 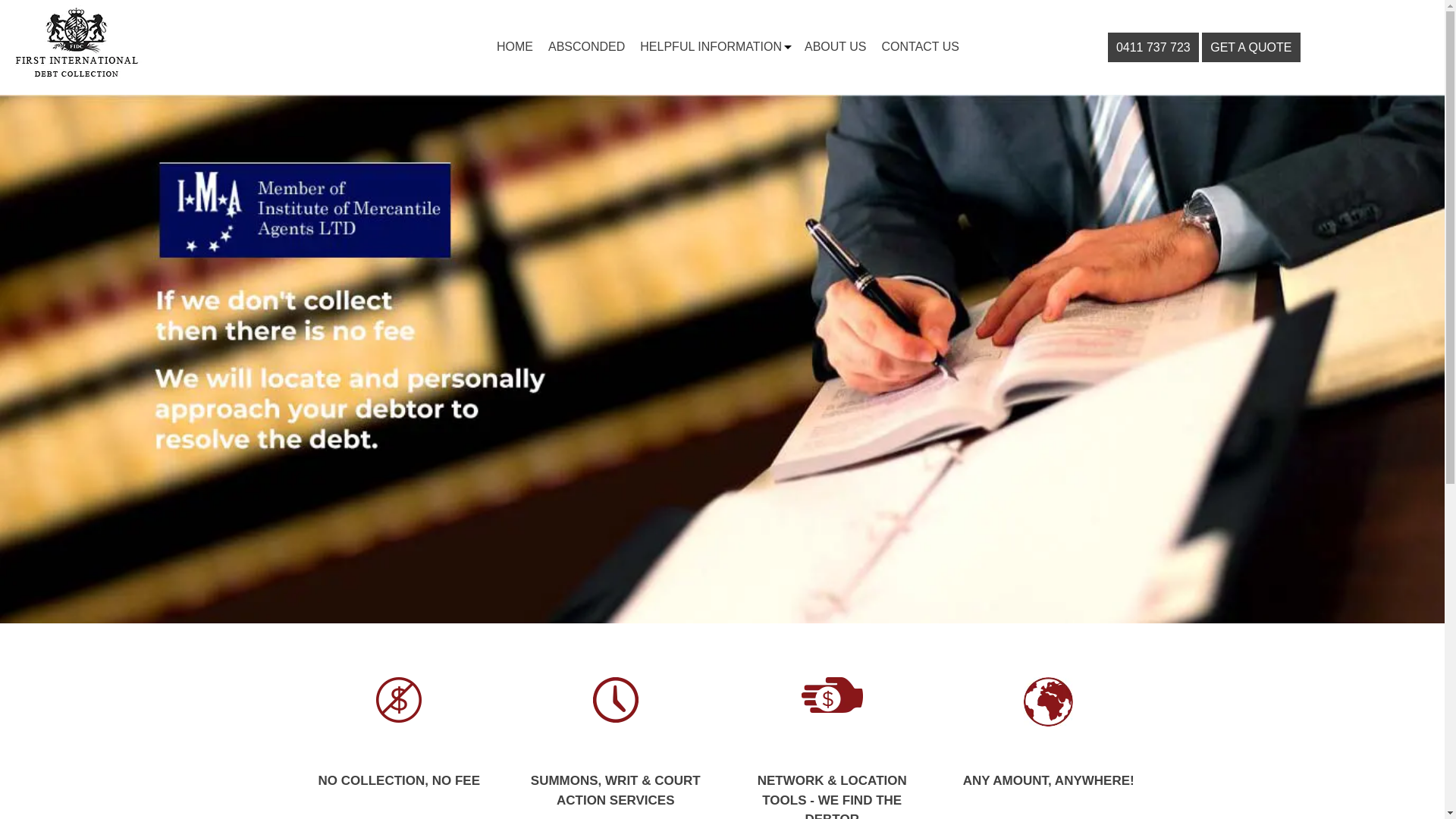 What do you see at coordinates (514, 45) in the screenshot?
I see `'HOME'` at bounding box center [514, 45].